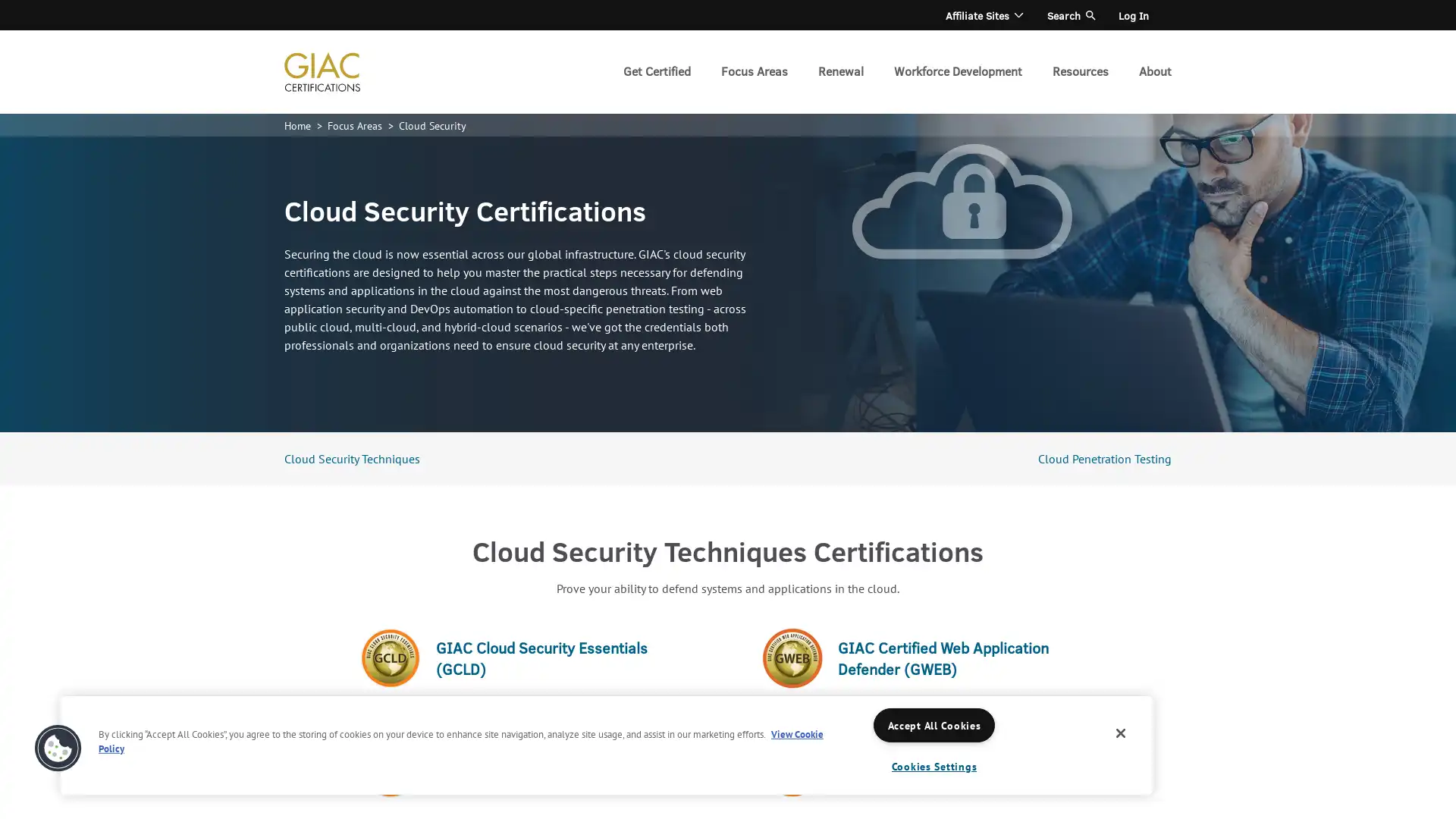  I want to click on Cookies Settings, so click(934, 766).